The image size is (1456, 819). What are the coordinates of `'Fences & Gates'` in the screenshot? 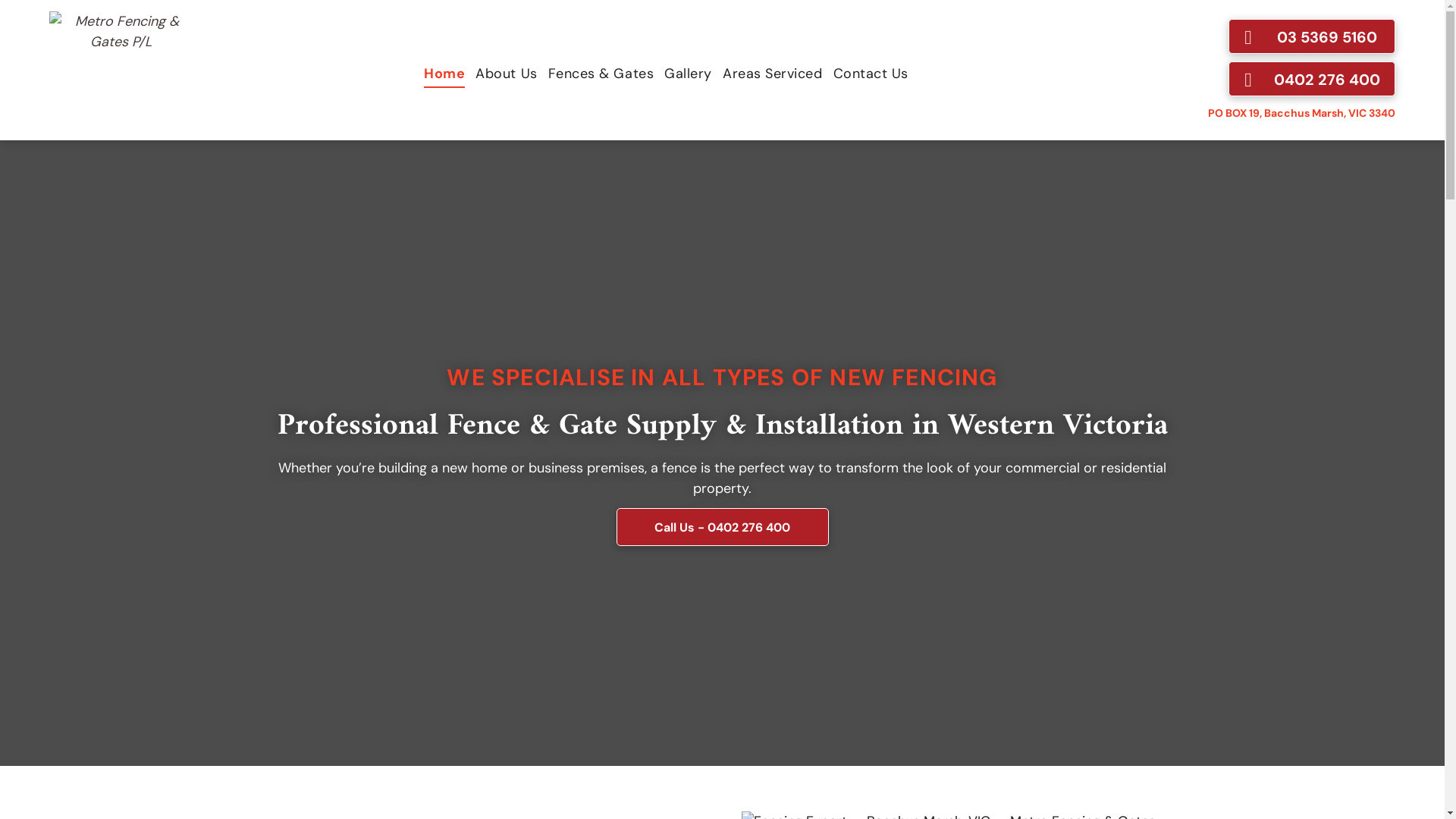 It's located at (600, 73).